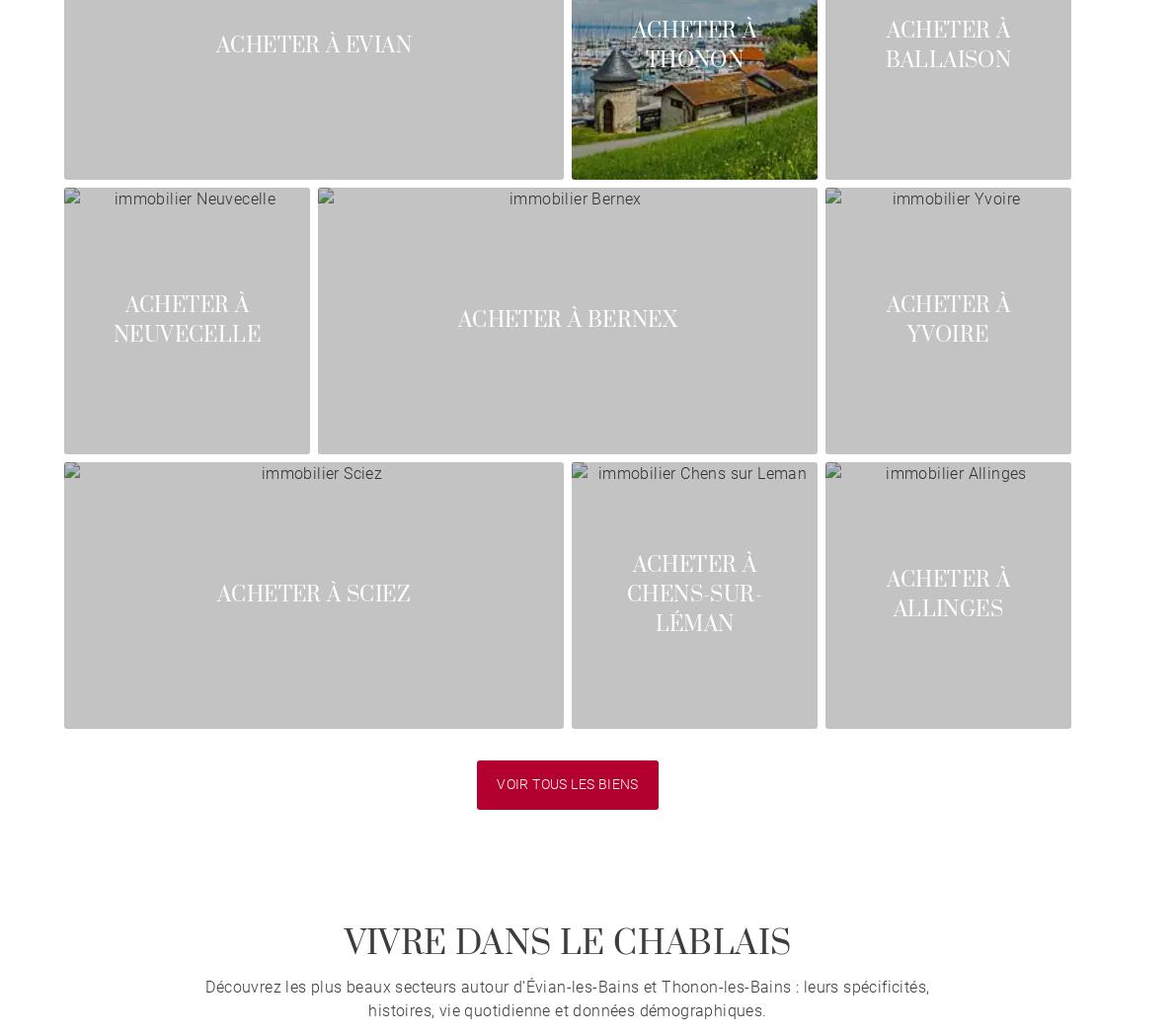 This screenshot has height=1036, width=1175. What do you see at coordinates (567, 943) in the screenshot?
I see `'VIVRE DANS LE CHABLAIS'` at bounding box center [567, 943].